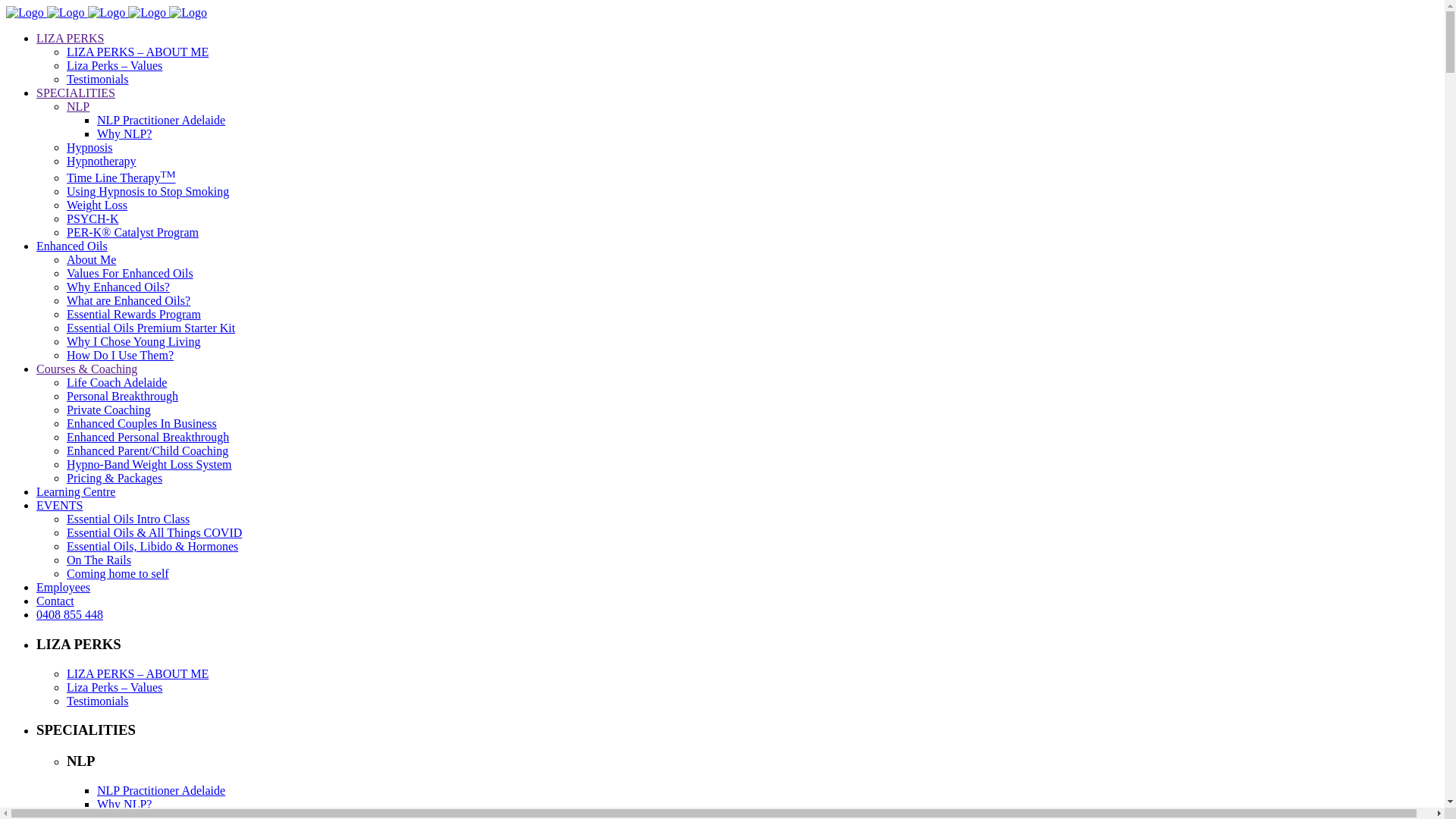 The height and width of the screenshot is (819, 1456). I want to click on 'PSYCH-K', so click(91, 218).